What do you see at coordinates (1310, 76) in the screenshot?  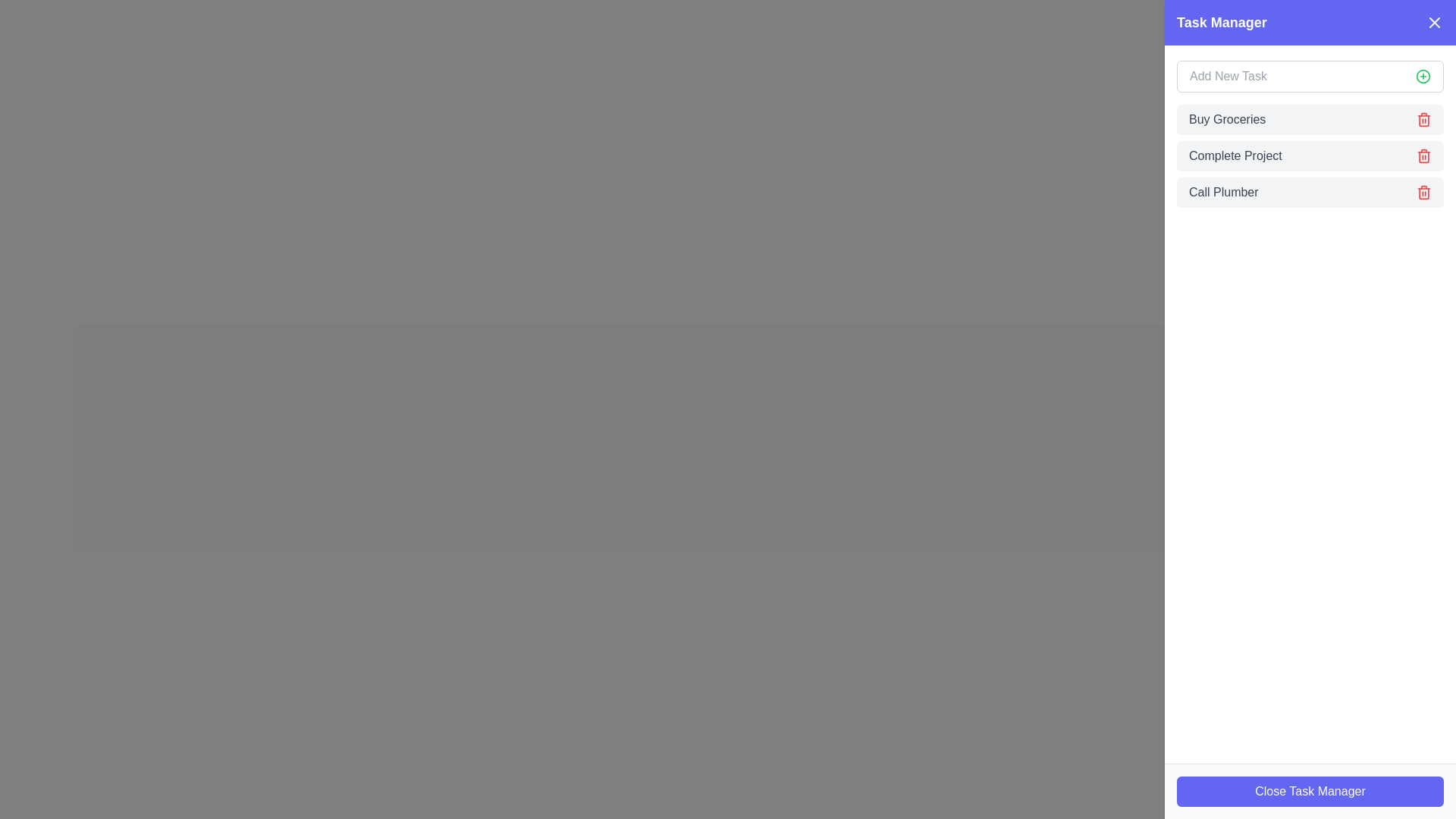 I see `the green add button located at the top of the task management panel` at bounding box center [1310, 76].